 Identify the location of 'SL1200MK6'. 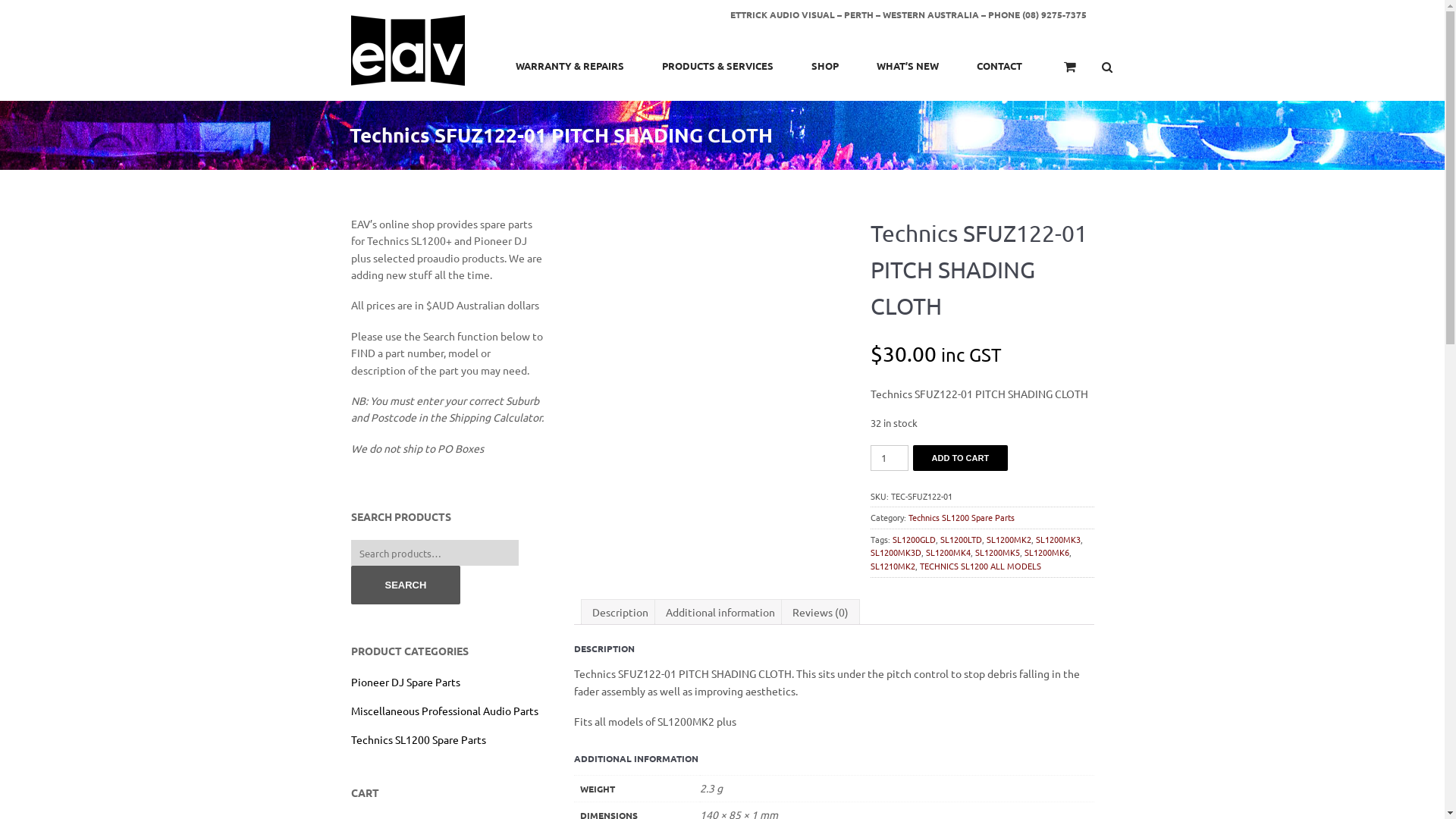
(1046, 552).